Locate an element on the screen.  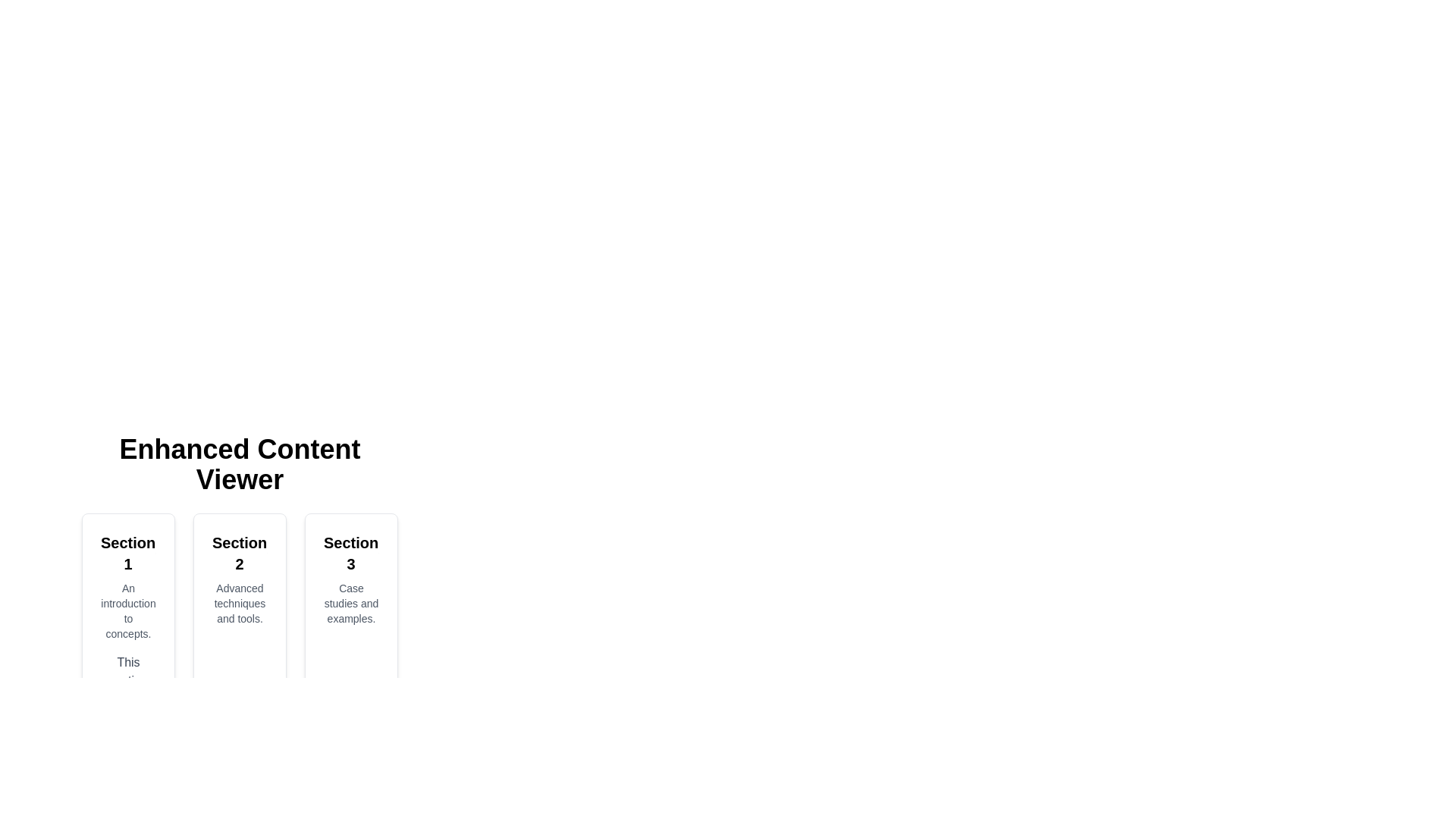
the 'Section 1' text-based header with an adjacent chevron icon for navigation is located at coordinates (128, 553).